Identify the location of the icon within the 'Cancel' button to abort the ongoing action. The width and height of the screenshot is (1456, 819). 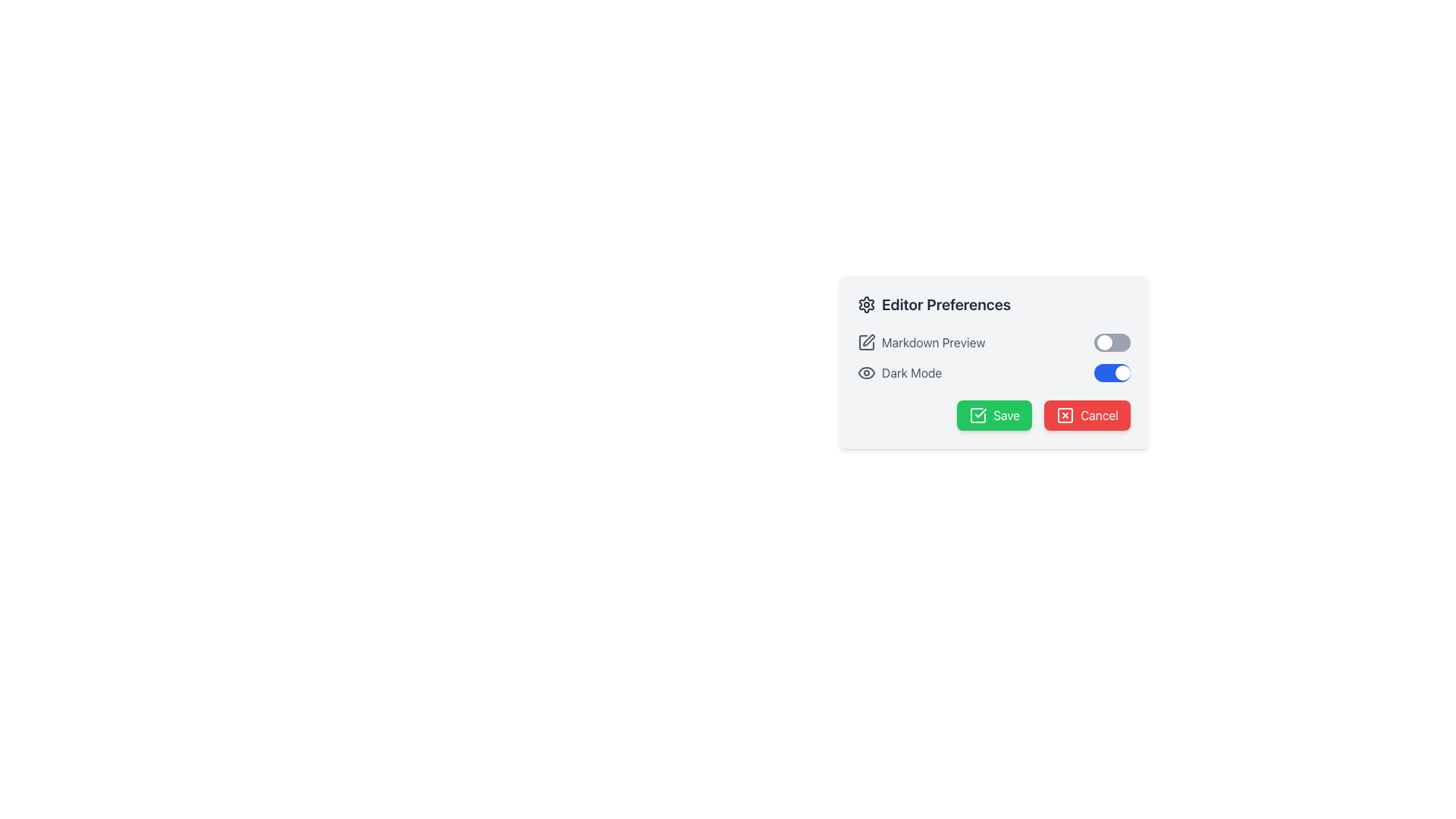
(1065, 415).